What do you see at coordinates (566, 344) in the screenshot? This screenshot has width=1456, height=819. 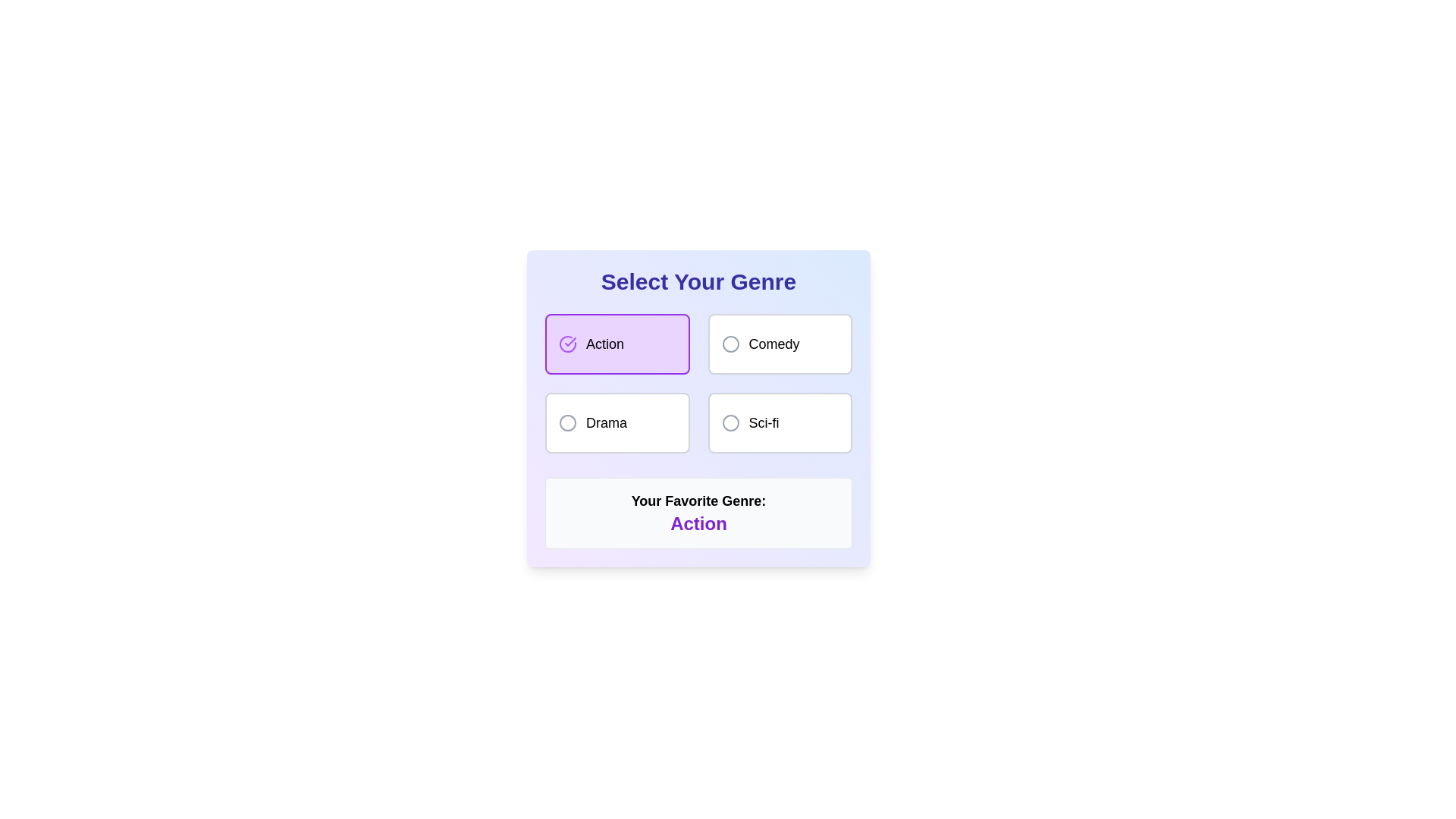 I see `the primary circle of the radio button's visual cue indicating the 'Action' option has been selected to view additional options` at bounding box center [566, 344].